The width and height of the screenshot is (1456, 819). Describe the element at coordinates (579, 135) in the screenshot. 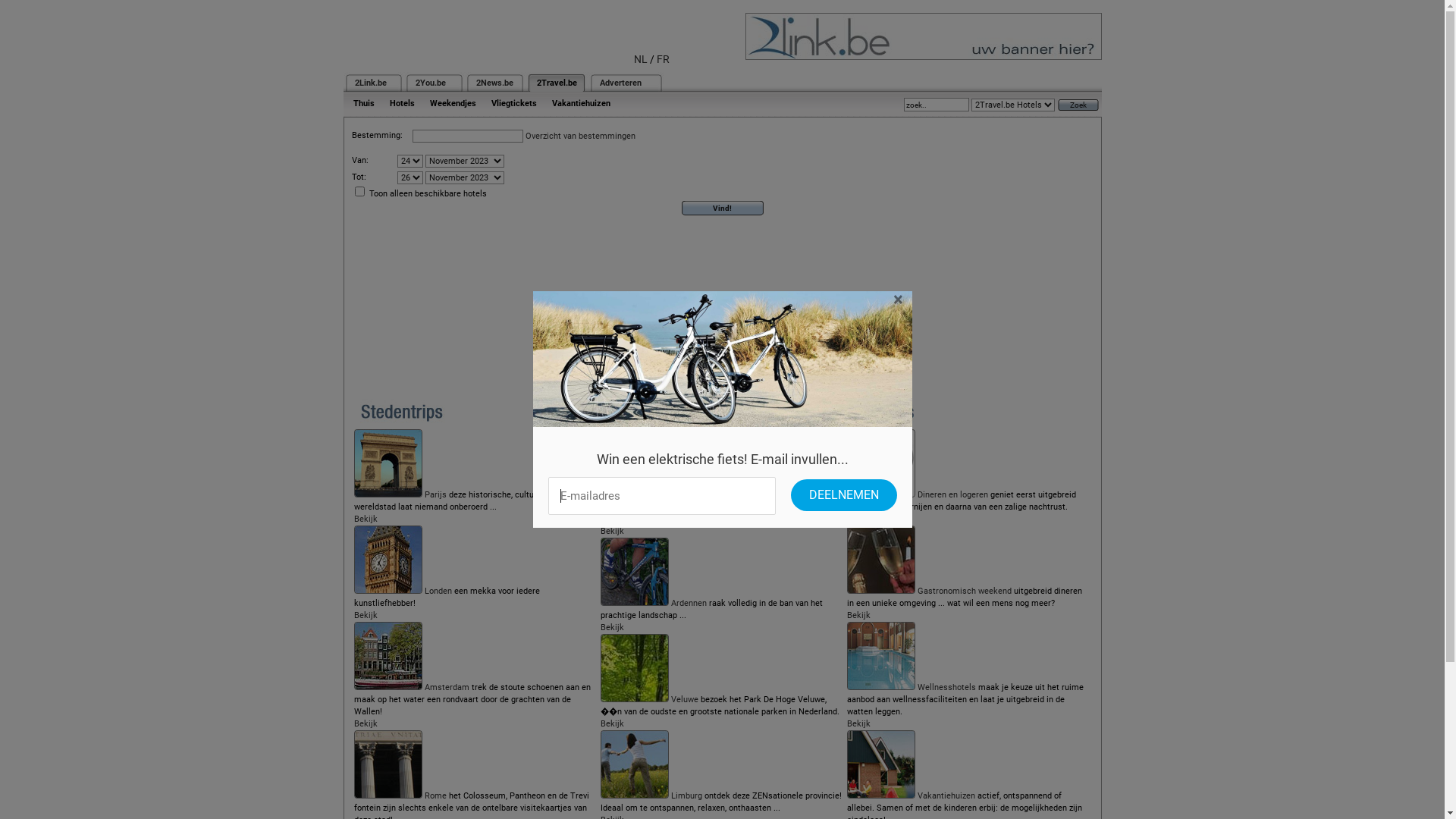

I see `'Overzicht van bestemmingen'` at that location.